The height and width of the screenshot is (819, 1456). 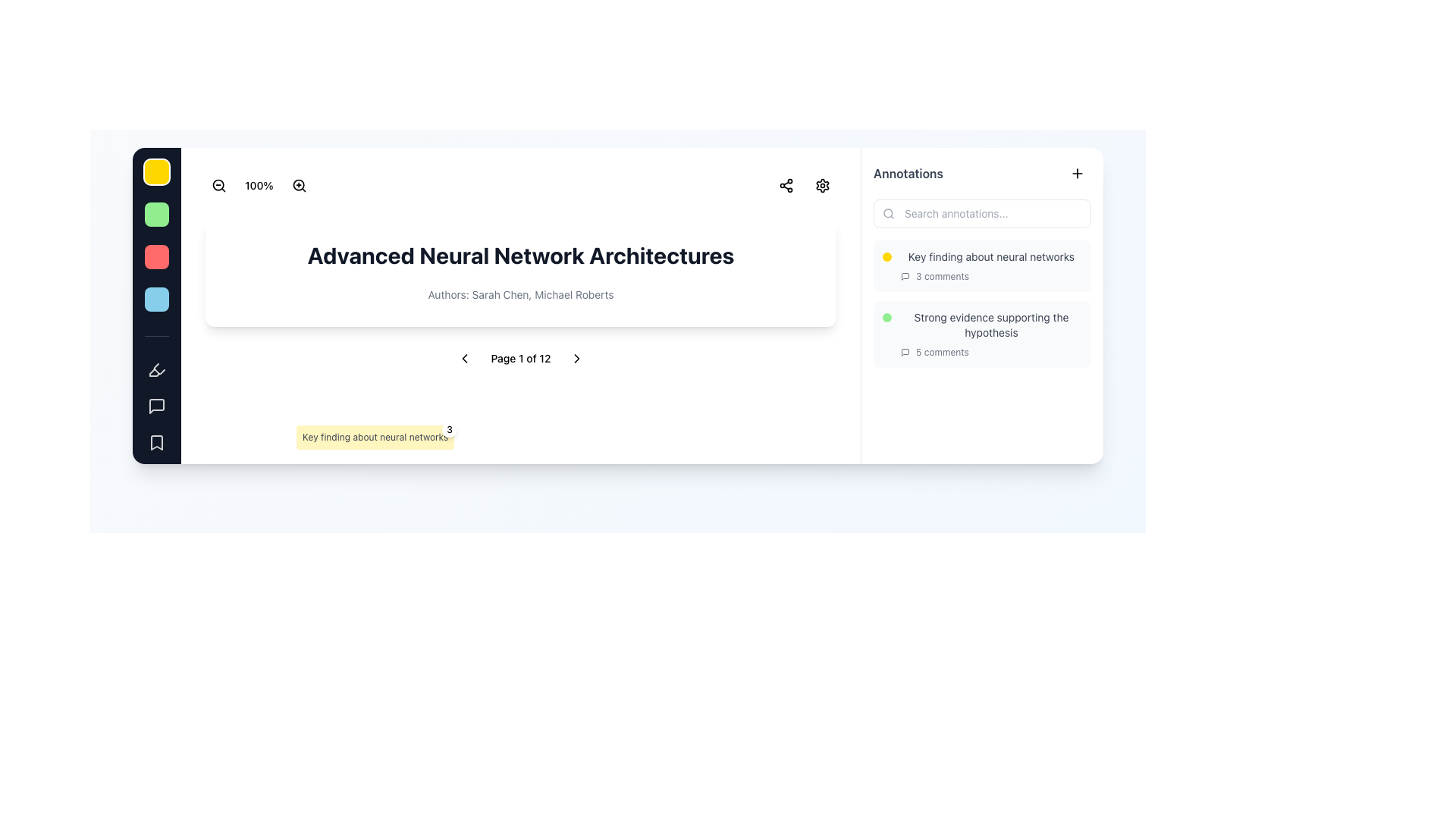 I want to click on the previous page navigation button located to the left of the 'Page 1 of 12' text in the pagination control bar to trigger hover effects, so click(x=464, y=359).